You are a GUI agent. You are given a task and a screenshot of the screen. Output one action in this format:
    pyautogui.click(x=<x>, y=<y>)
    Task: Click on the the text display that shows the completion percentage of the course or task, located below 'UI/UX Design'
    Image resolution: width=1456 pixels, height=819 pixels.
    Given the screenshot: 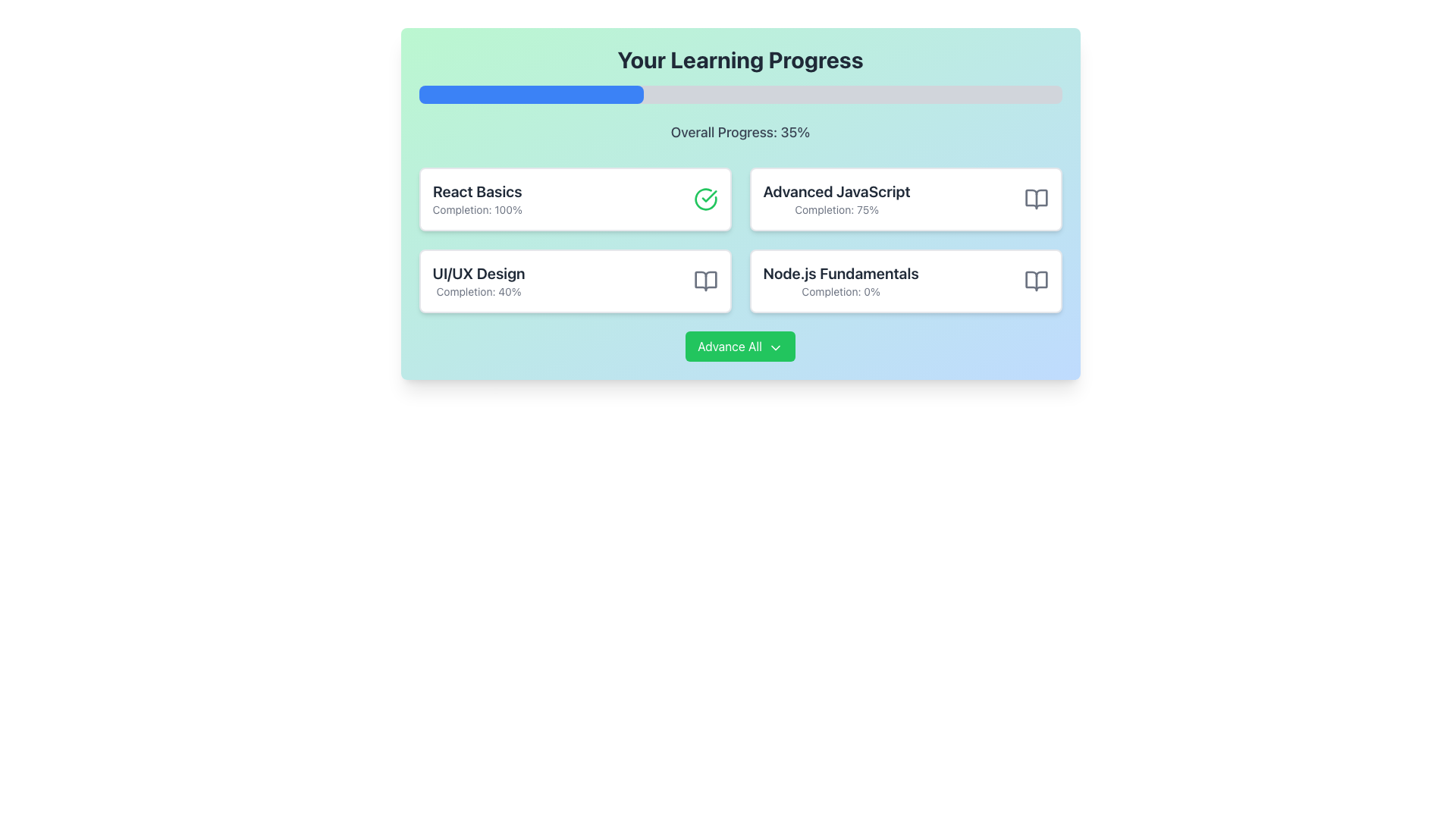 What is the action you would take?
    pyautogui.click(x=478, y=292)
    